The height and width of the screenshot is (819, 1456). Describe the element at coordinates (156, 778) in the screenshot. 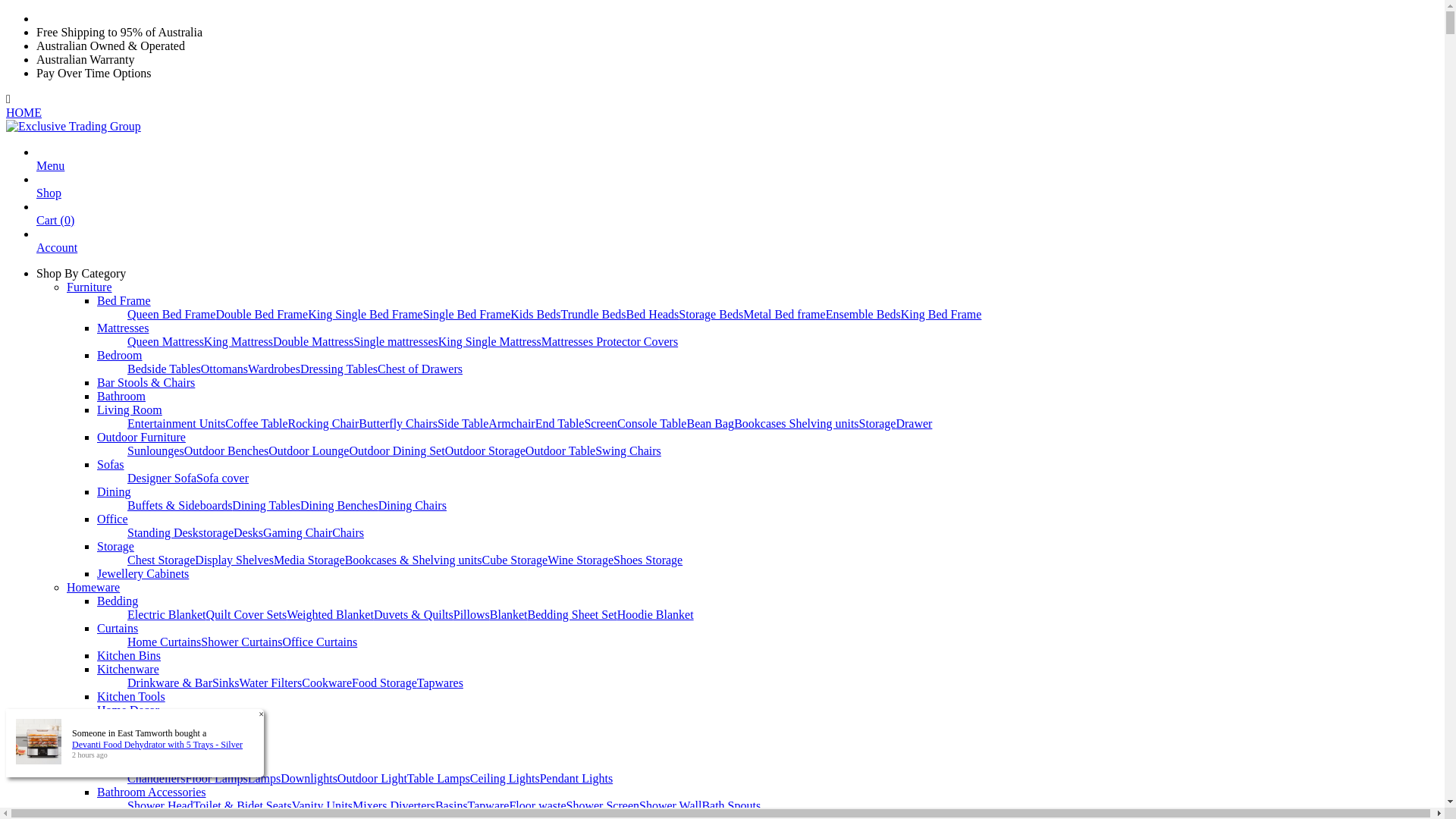

I see `'Chandeliers'` at that location.